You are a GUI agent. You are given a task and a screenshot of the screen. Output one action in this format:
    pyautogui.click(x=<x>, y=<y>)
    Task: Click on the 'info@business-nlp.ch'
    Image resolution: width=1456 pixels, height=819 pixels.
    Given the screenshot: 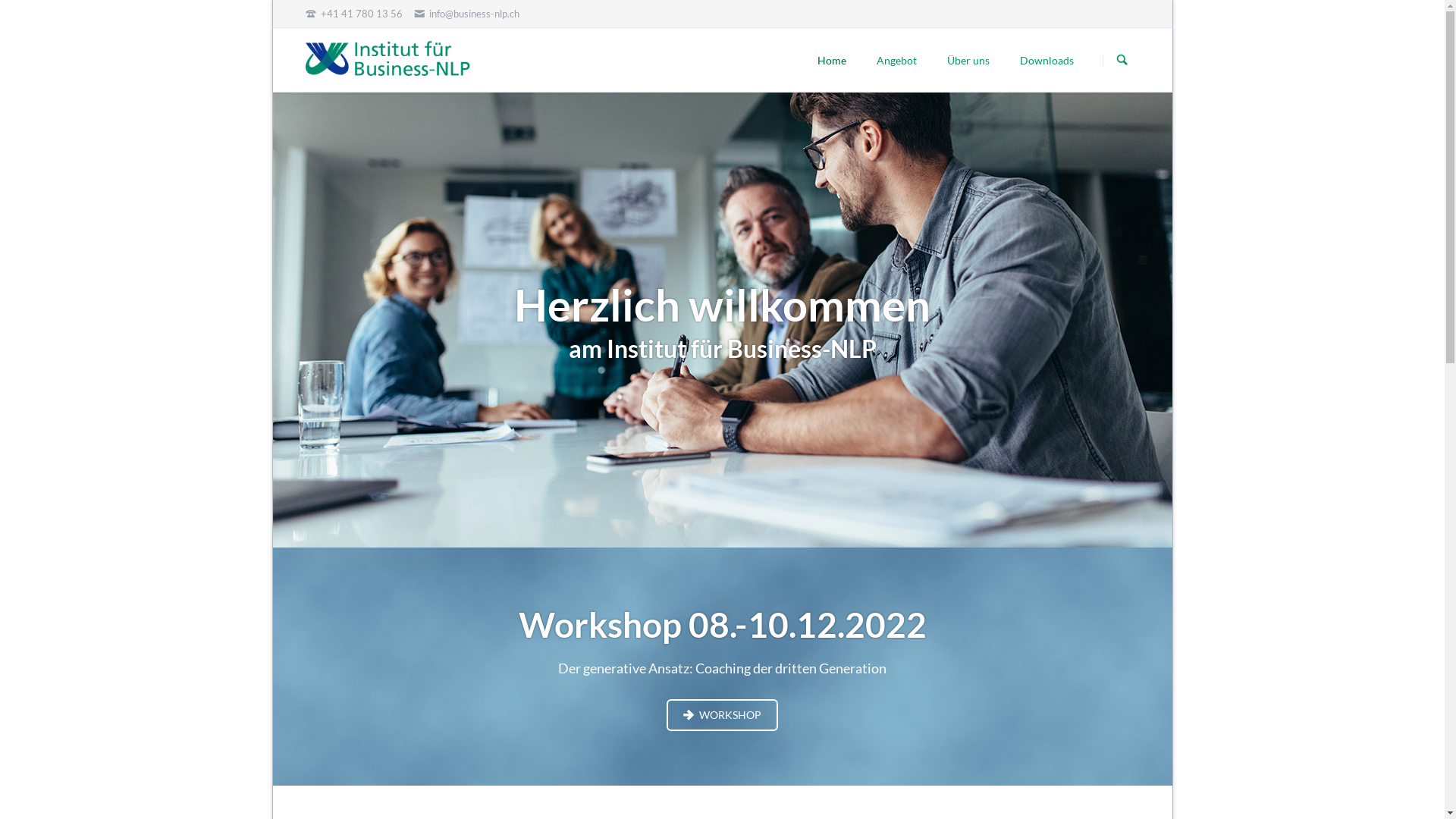 What is the action you would take?
    pyautogui.click(x=466, y=14)
    